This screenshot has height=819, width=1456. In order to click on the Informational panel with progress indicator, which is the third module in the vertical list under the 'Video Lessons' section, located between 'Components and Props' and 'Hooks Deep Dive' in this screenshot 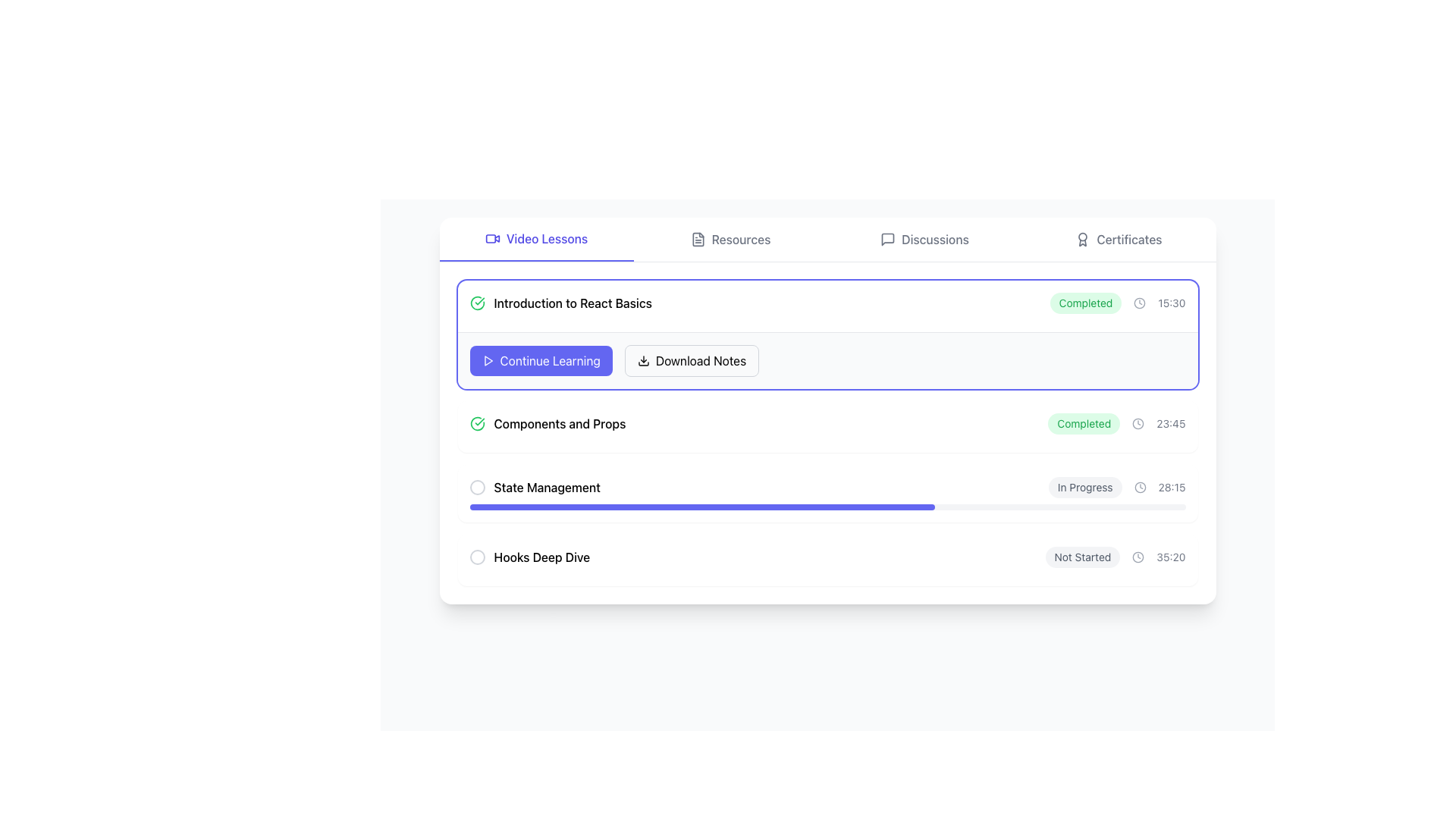, I will do `click(827, 494)`.